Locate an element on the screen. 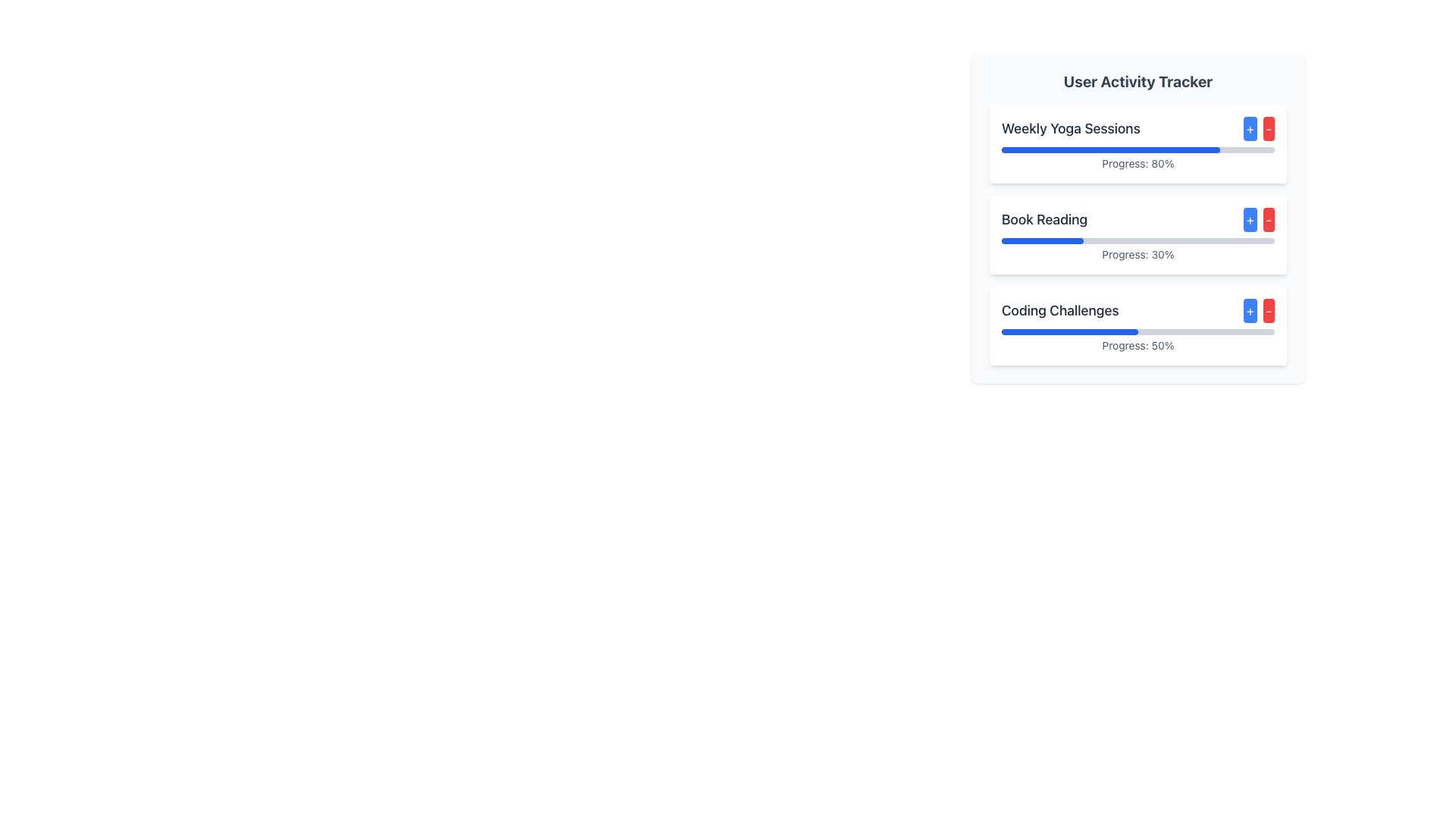 This screenshot has width=1456, height=819. the 'Weekly Yoga Sessions' text label to focus the corresponding activity section in the User Activity Tracker is located at coordinates (1070, 127).